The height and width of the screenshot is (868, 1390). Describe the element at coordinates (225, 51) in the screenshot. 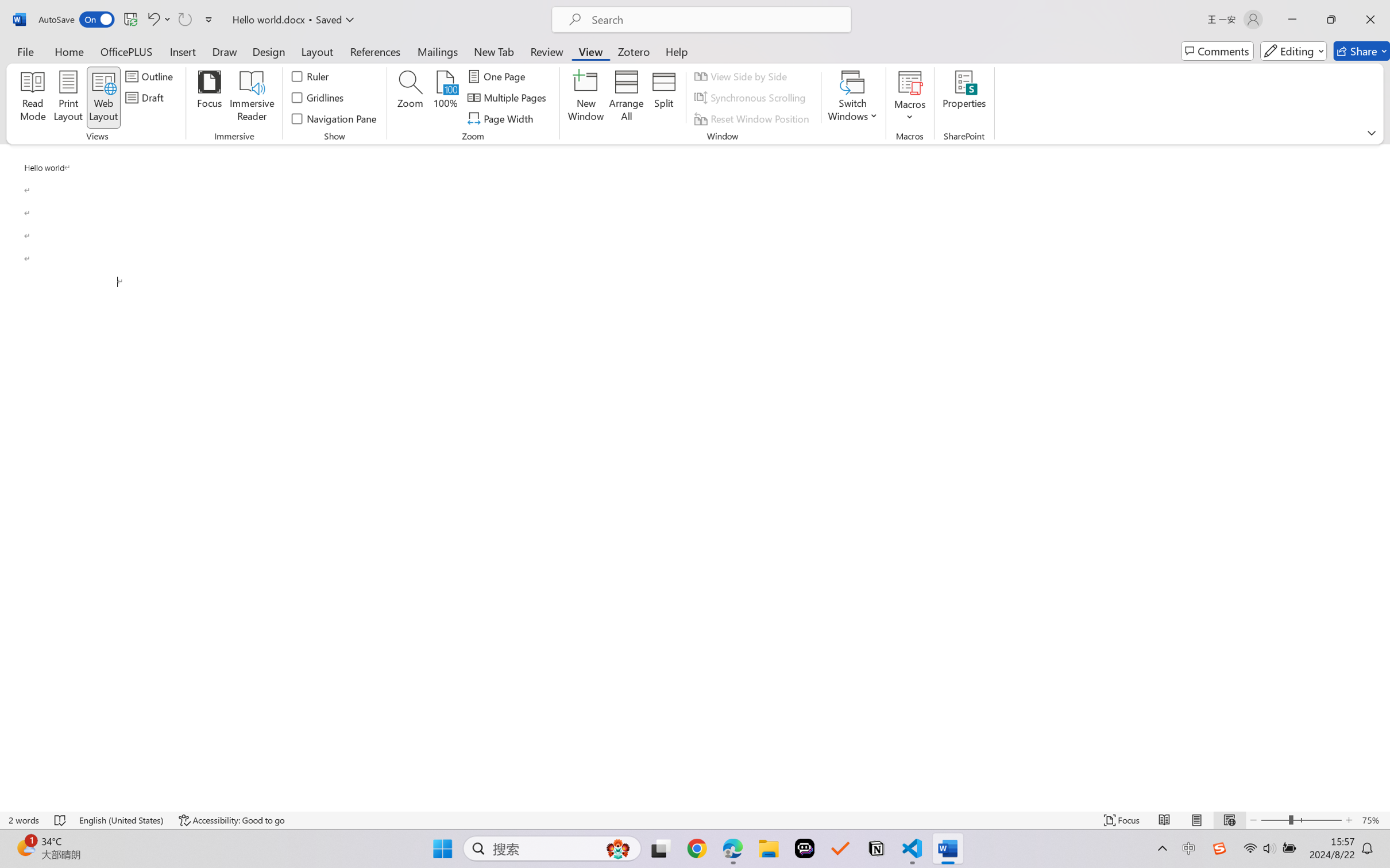

I see `'Draw'` at that location.